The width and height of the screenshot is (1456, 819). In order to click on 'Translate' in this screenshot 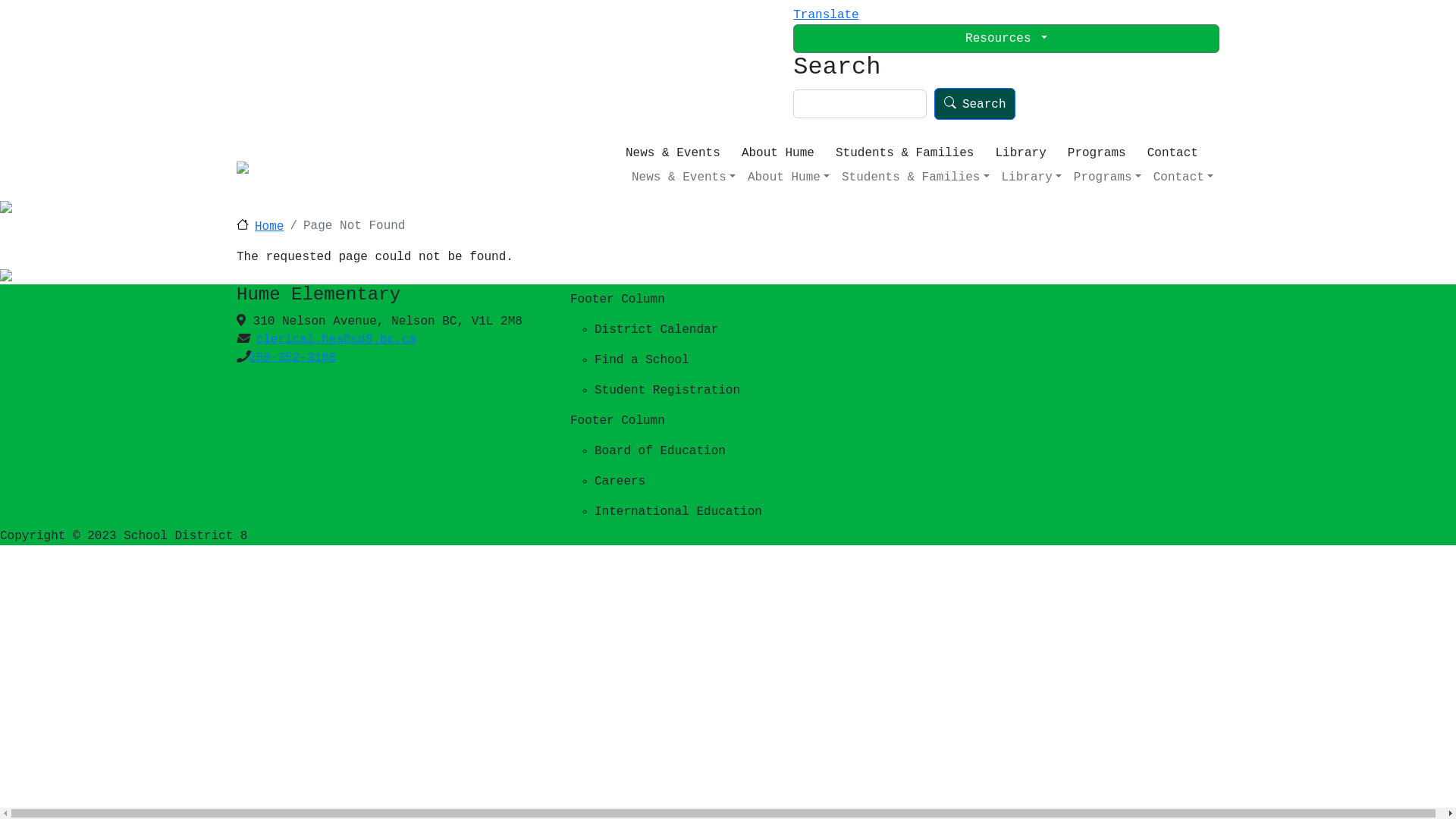, I will do `click(825, 14)`.